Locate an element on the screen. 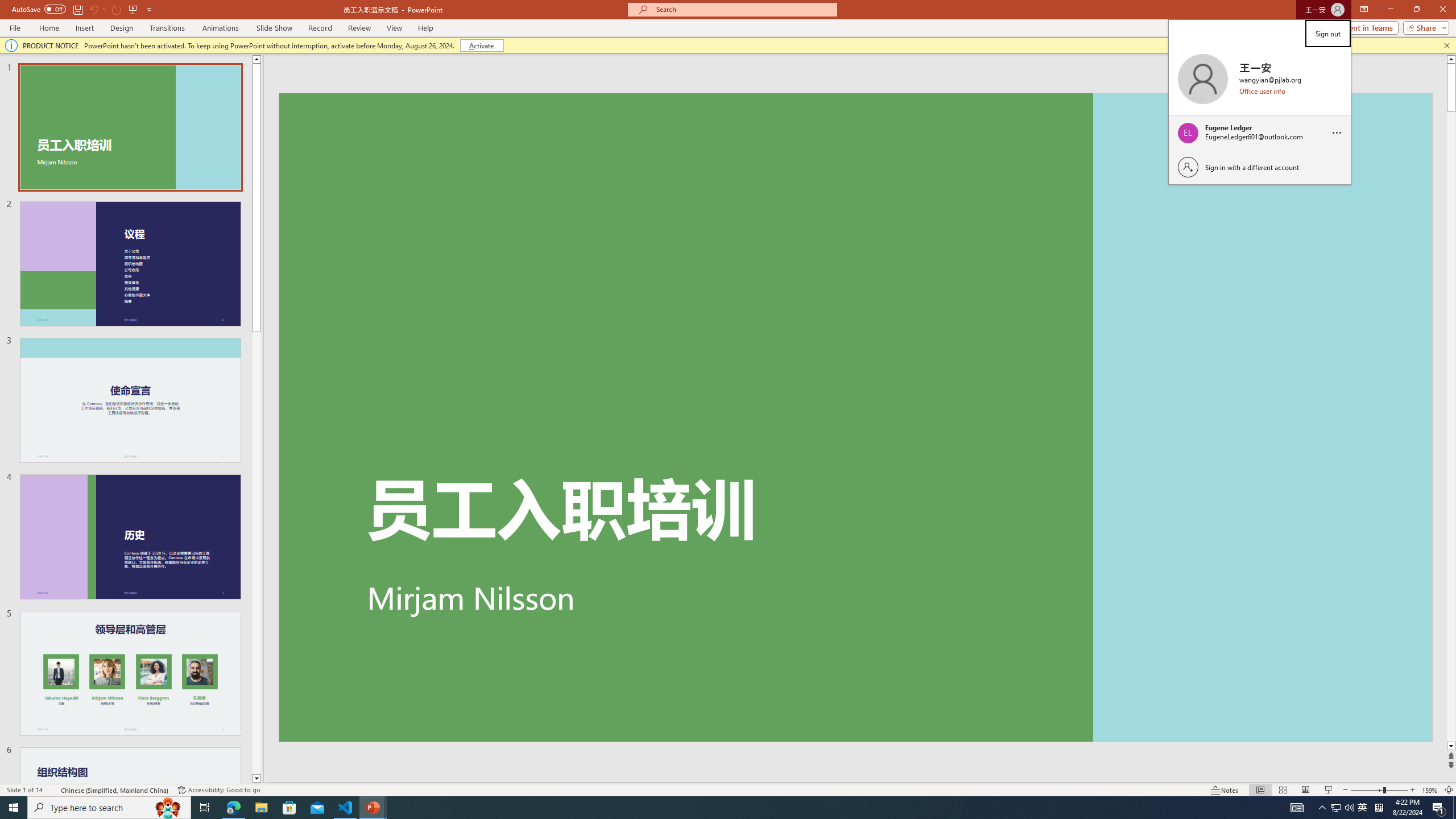  'Close this message' is located at coordinates (1446, 44).